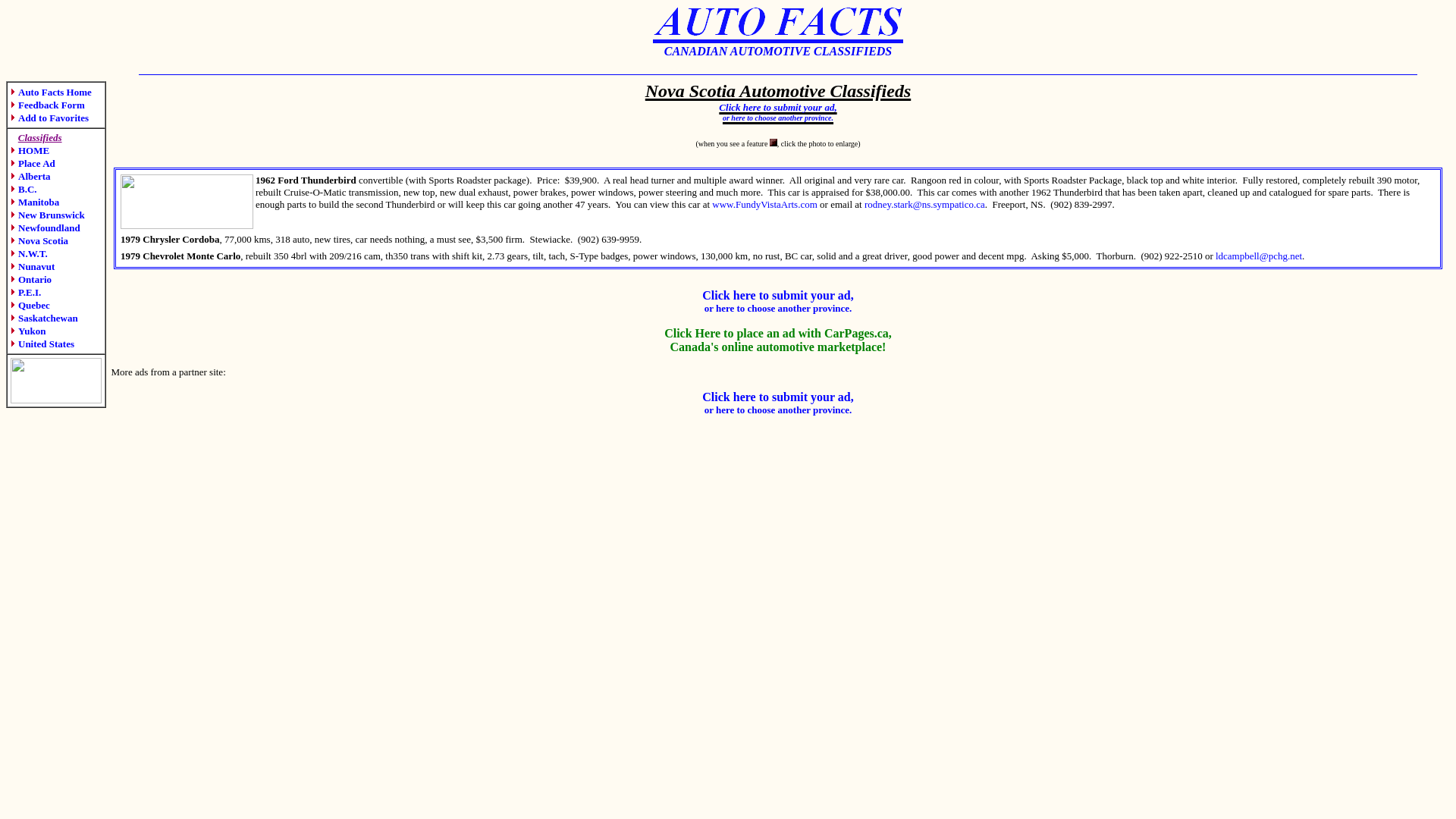 The height and width of the screenshot is (819, 1456). What do you see at coordinates (47, 104) in the screenshot?
I see `'Feedback Form'` at bounding box center [47, 104].